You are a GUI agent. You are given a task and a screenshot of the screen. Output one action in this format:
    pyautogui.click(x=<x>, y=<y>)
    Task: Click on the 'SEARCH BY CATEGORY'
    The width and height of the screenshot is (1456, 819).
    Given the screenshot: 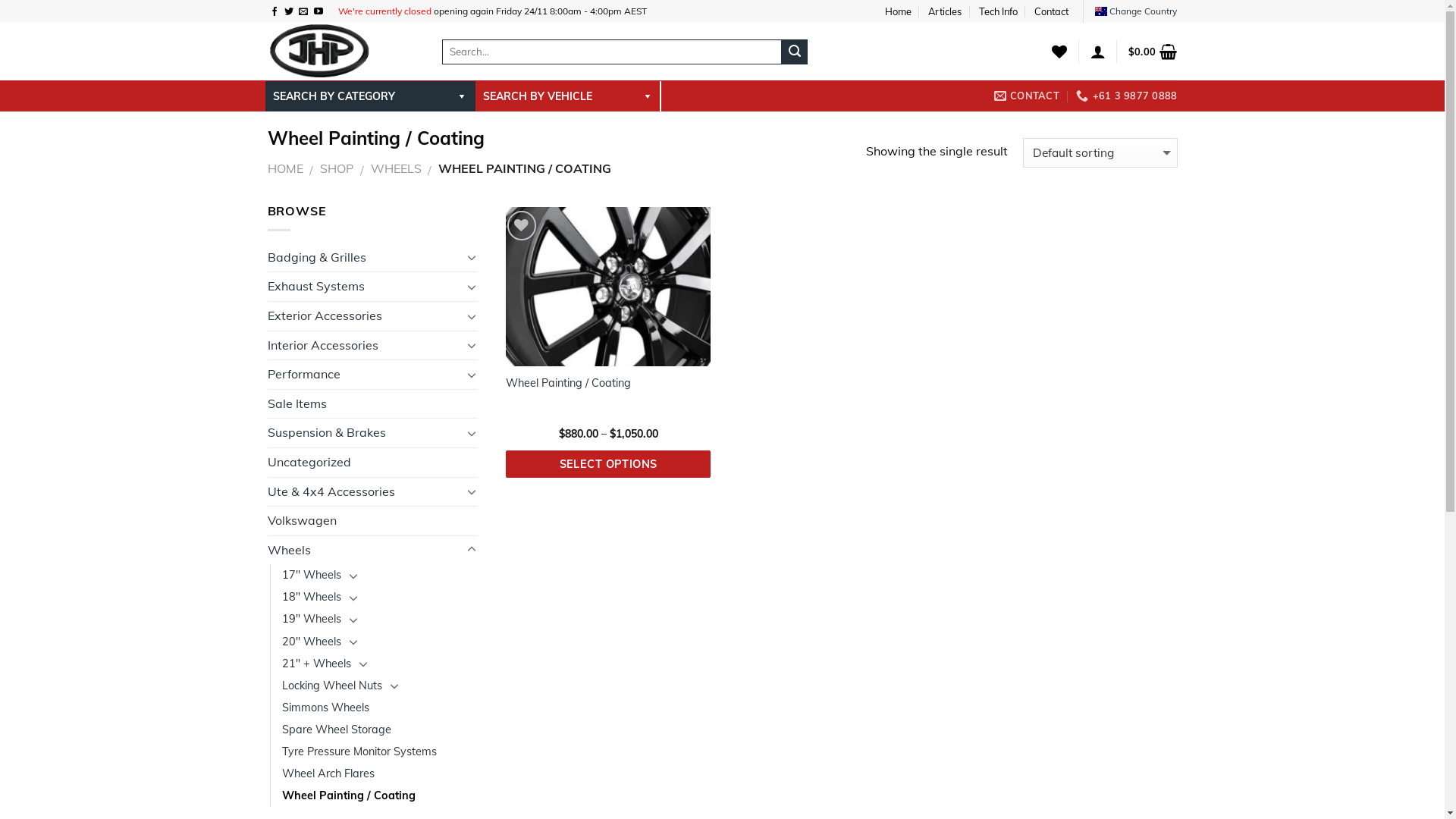 What is the action you would take?
    pyautogui.click(x=370, y=96)
    